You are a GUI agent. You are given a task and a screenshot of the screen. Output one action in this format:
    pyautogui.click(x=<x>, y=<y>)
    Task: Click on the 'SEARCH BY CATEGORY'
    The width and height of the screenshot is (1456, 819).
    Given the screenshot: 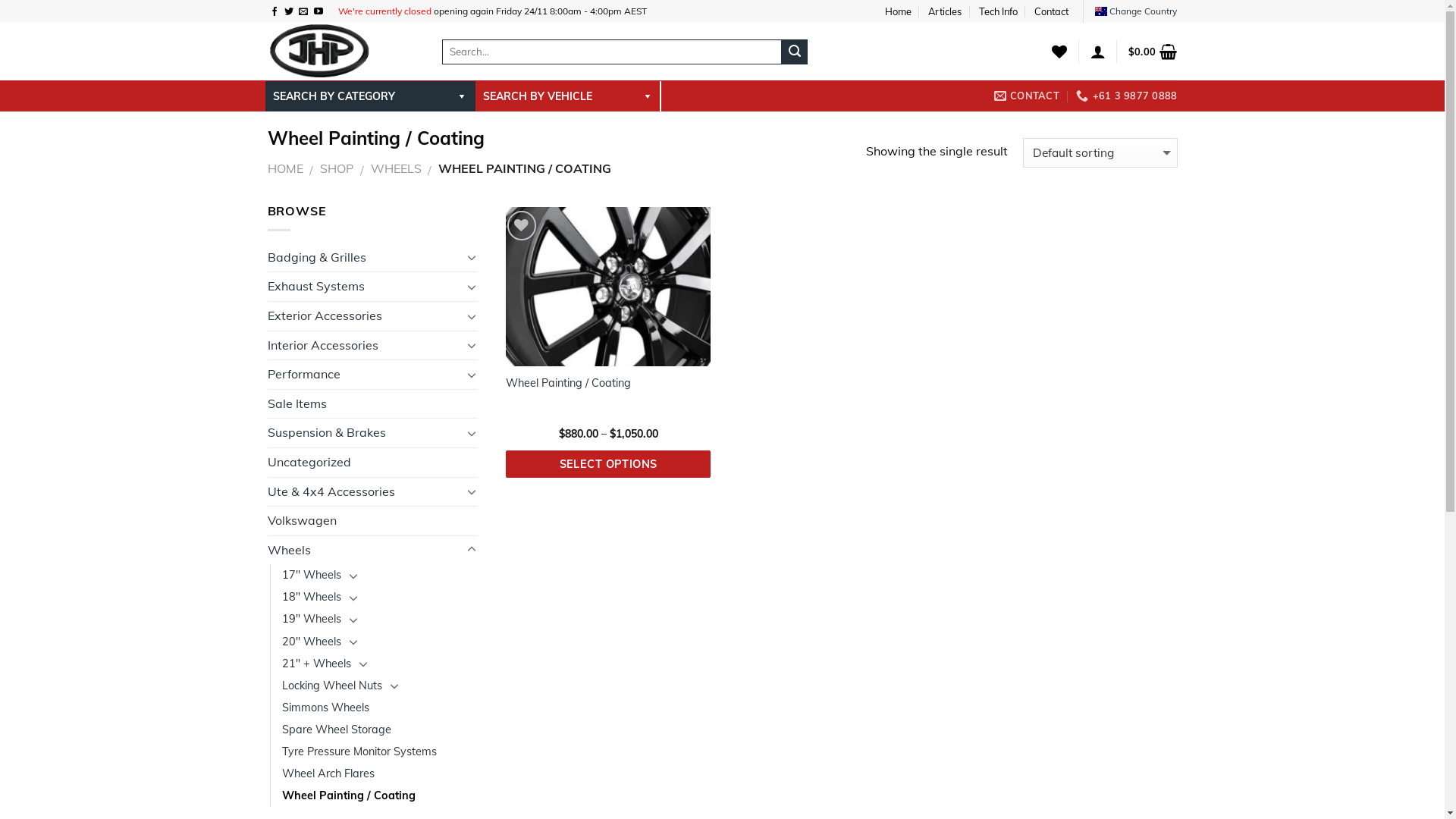 What is the action you would take?
    pyautogui.click(x=370, y=96)
    